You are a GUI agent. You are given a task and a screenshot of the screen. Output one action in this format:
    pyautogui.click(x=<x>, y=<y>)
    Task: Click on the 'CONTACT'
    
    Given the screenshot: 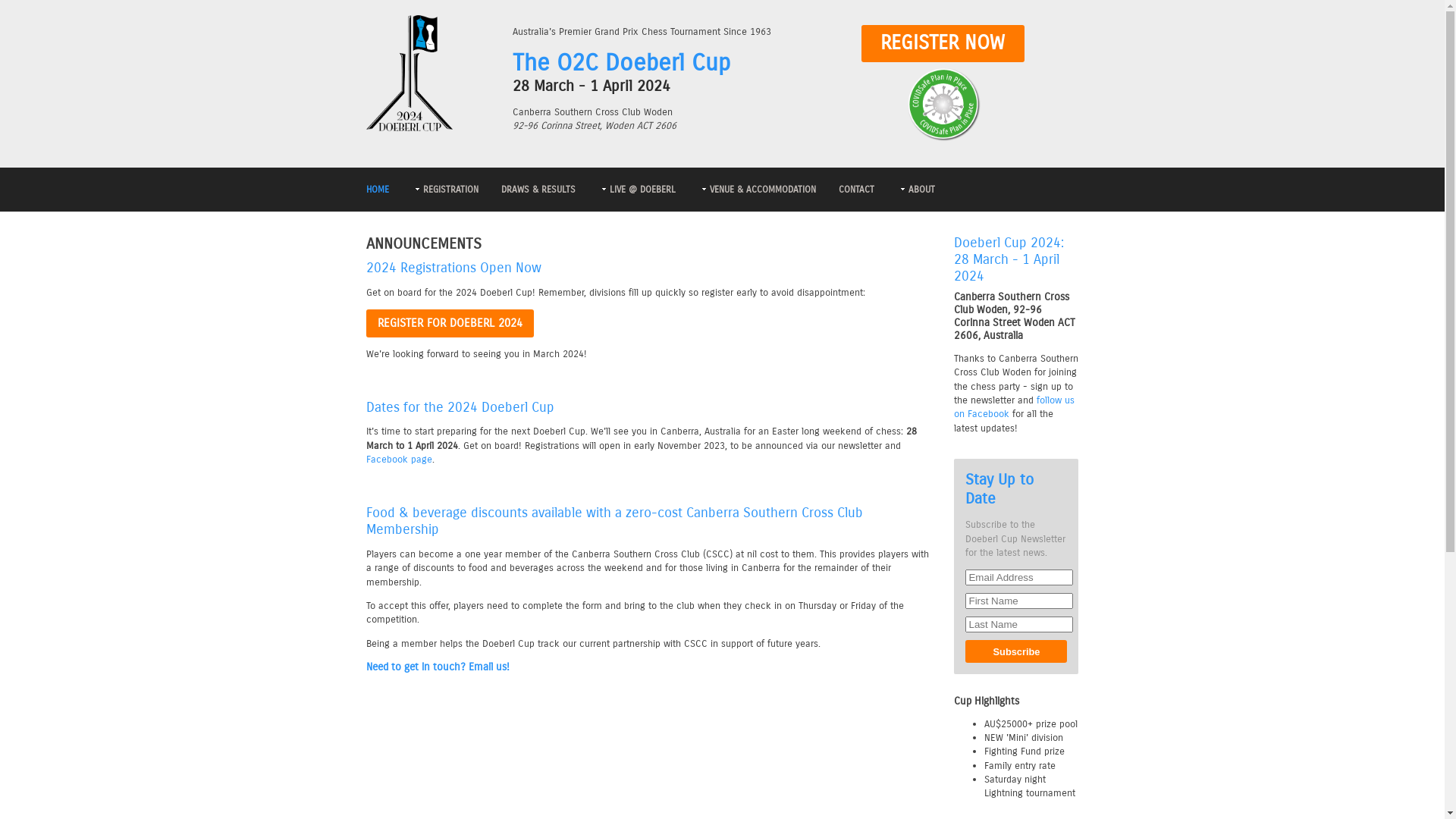 What is the action you would take?
    pyautogui.click(x=856, y=189)
    